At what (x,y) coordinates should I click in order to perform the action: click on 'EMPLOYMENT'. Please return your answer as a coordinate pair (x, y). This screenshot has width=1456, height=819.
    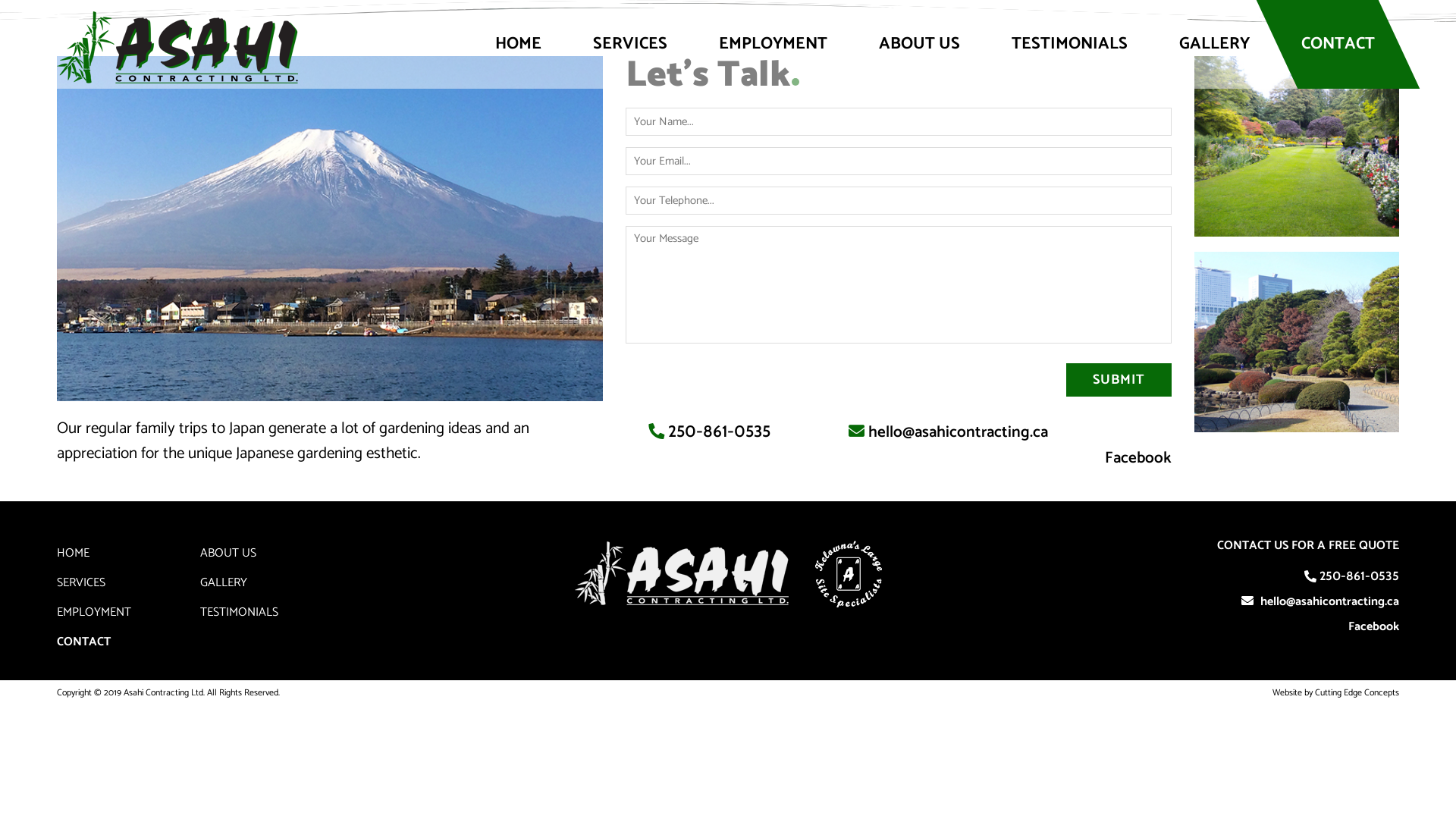
    Looking at the image, I should click on (773, 43).